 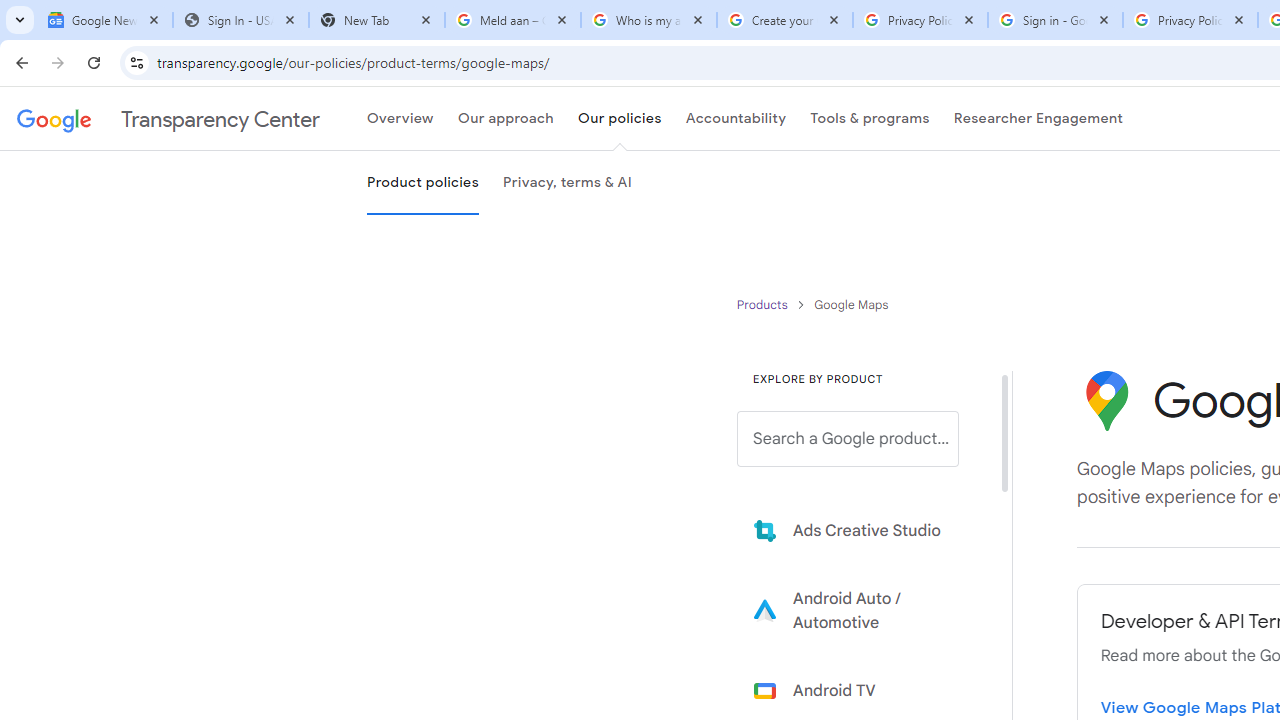 I want to click on 'Create your Google Account', so click(x=783, y=20).